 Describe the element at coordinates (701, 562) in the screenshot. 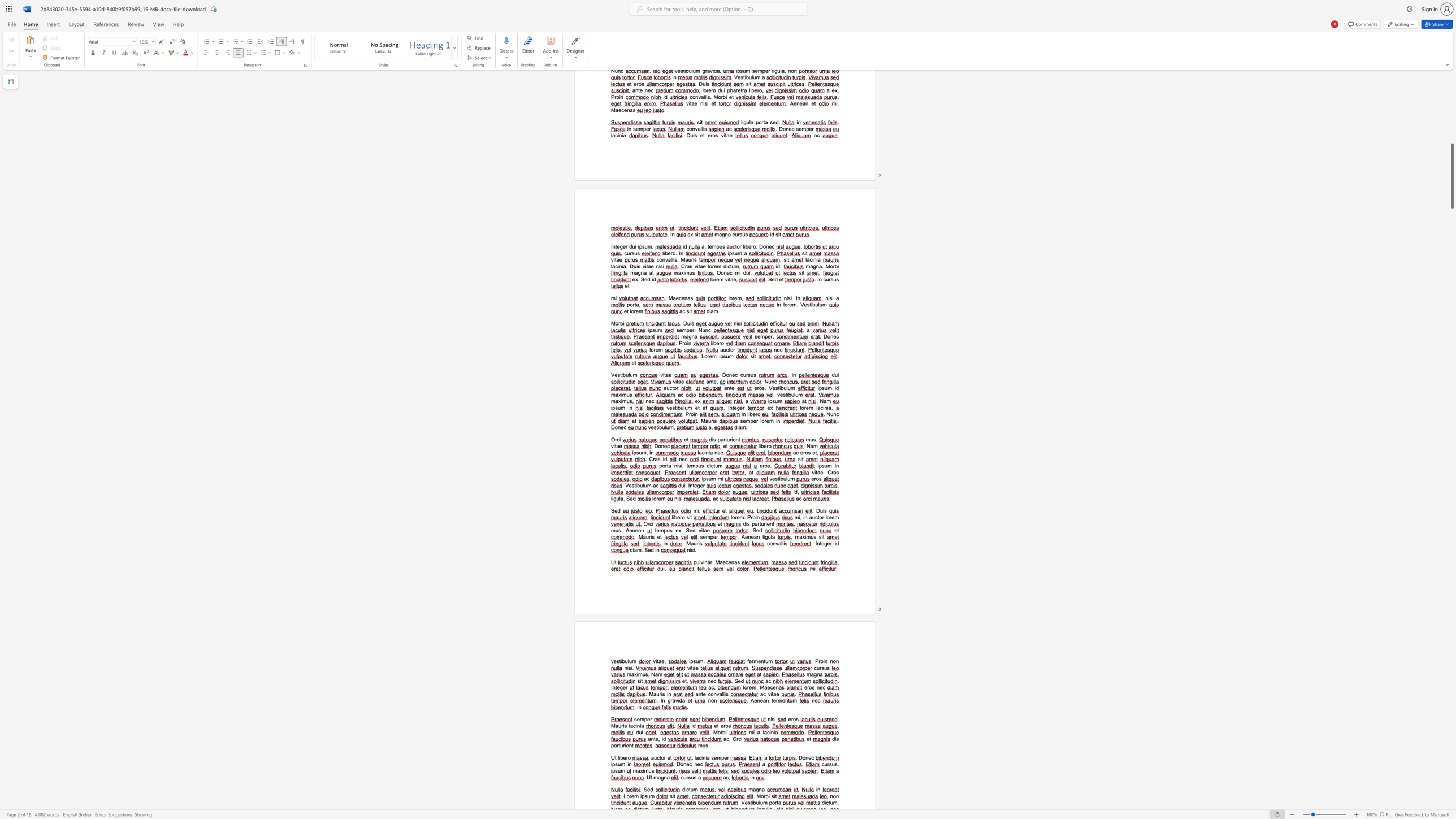

I see `the 1th character "v" in the text` at that location.